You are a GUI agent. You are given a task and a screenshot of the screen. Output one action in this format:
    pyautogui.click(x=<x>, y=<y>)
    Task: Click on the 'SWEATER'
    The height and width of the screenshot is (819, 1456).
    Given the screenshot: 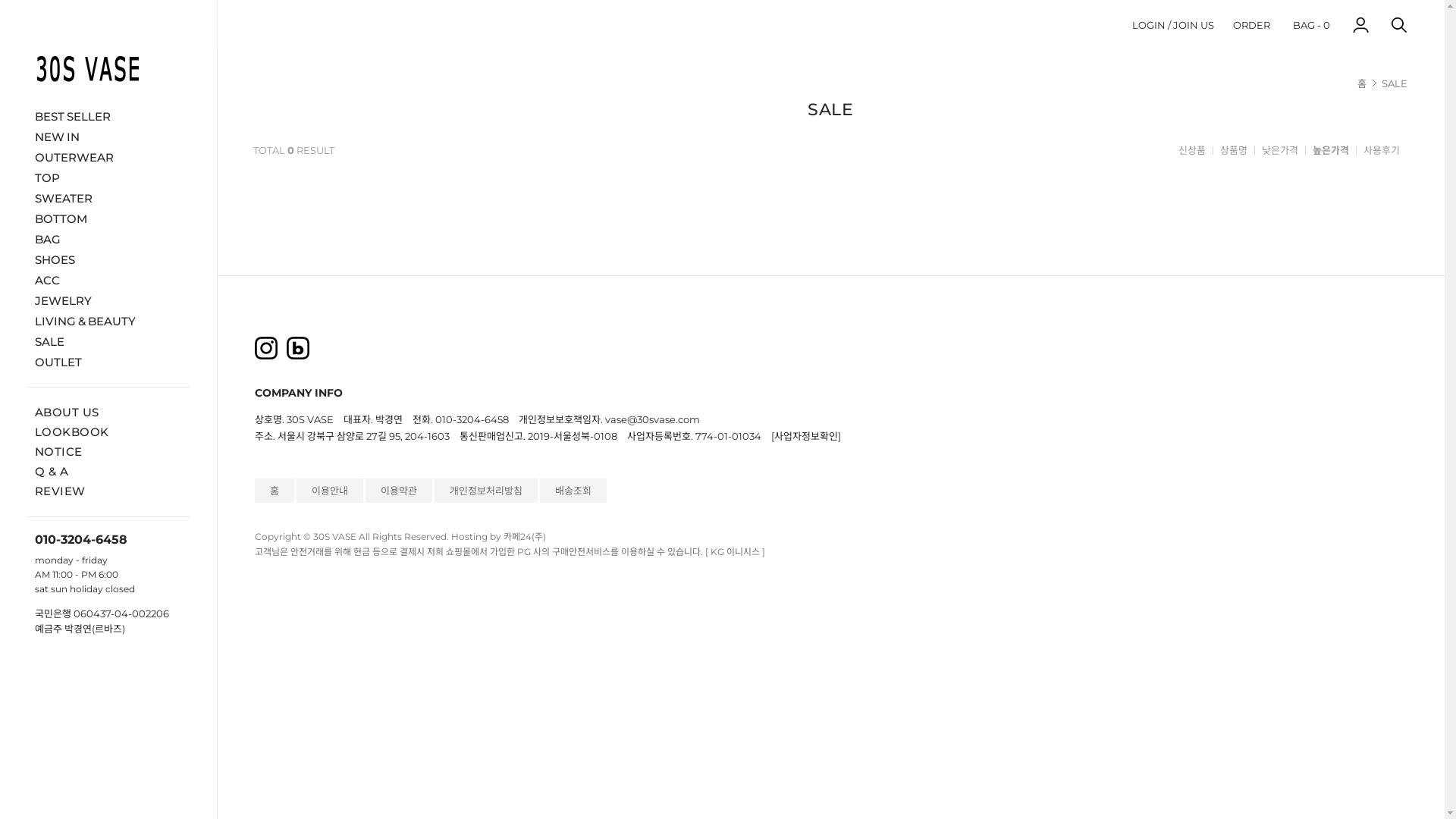 What is the action you would take?
    pyautogui.click(x=27, y=196)
    